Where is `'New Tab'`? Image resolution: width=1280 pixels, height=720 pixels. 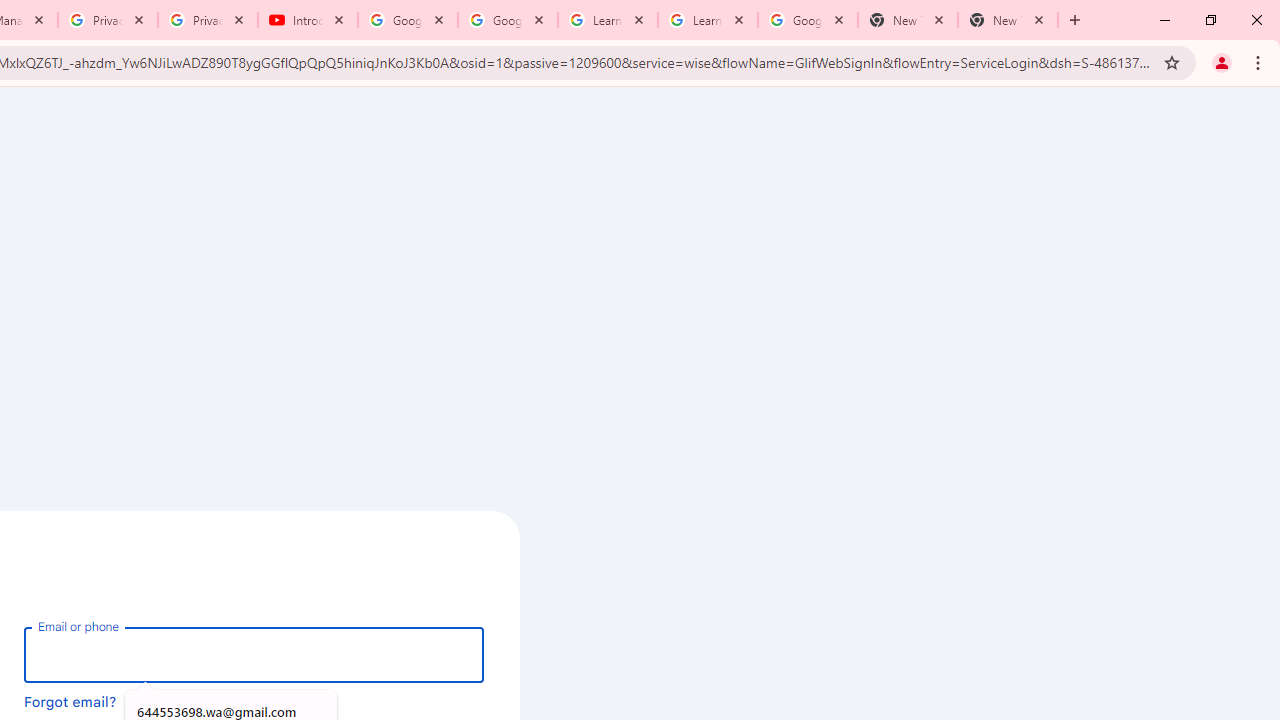 'New Tab' is located at coordinates (1008, 20).